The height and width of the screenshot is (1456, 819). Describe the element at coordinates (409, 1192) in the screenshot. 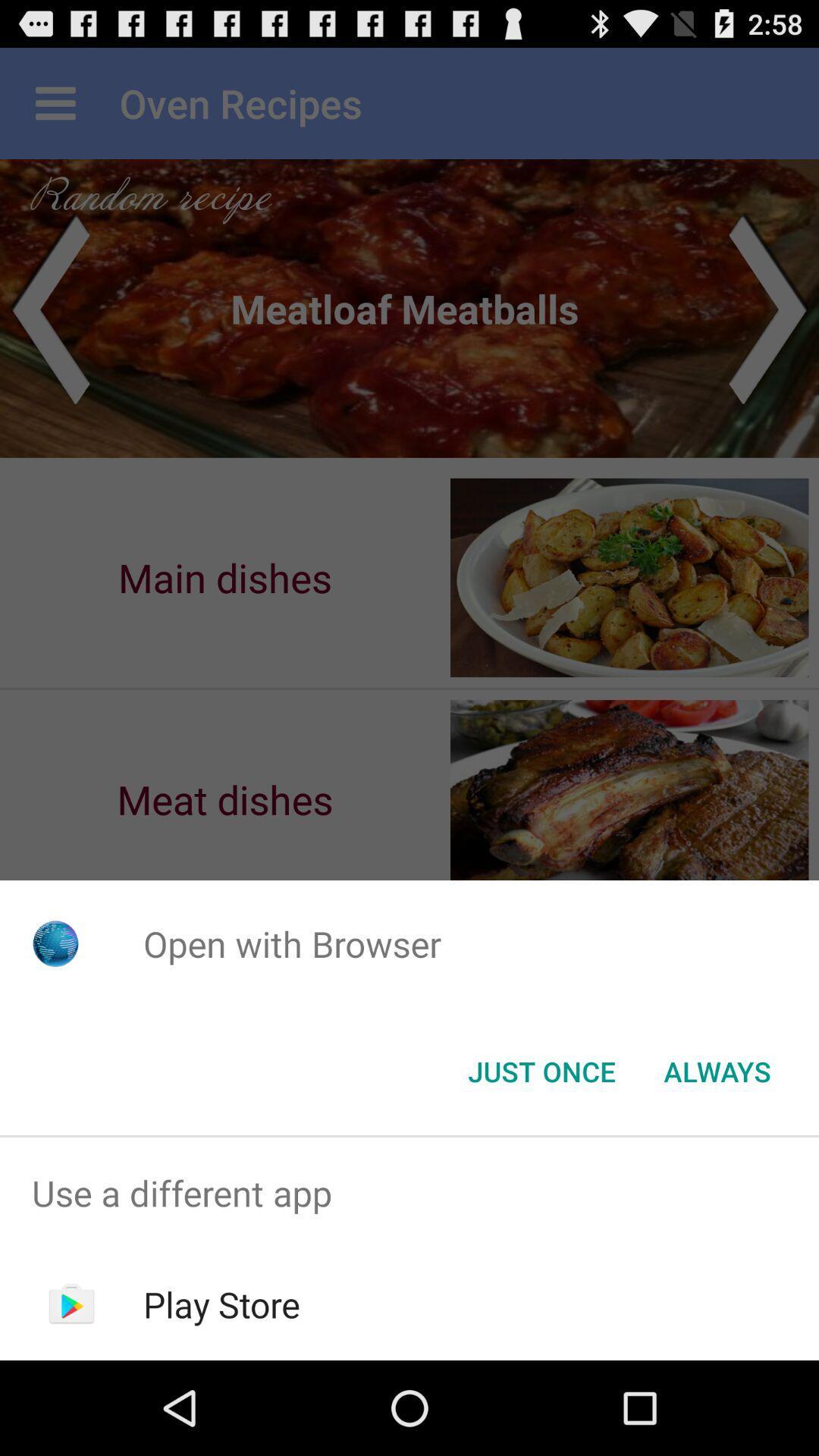

I see `app above the play store` at that location.